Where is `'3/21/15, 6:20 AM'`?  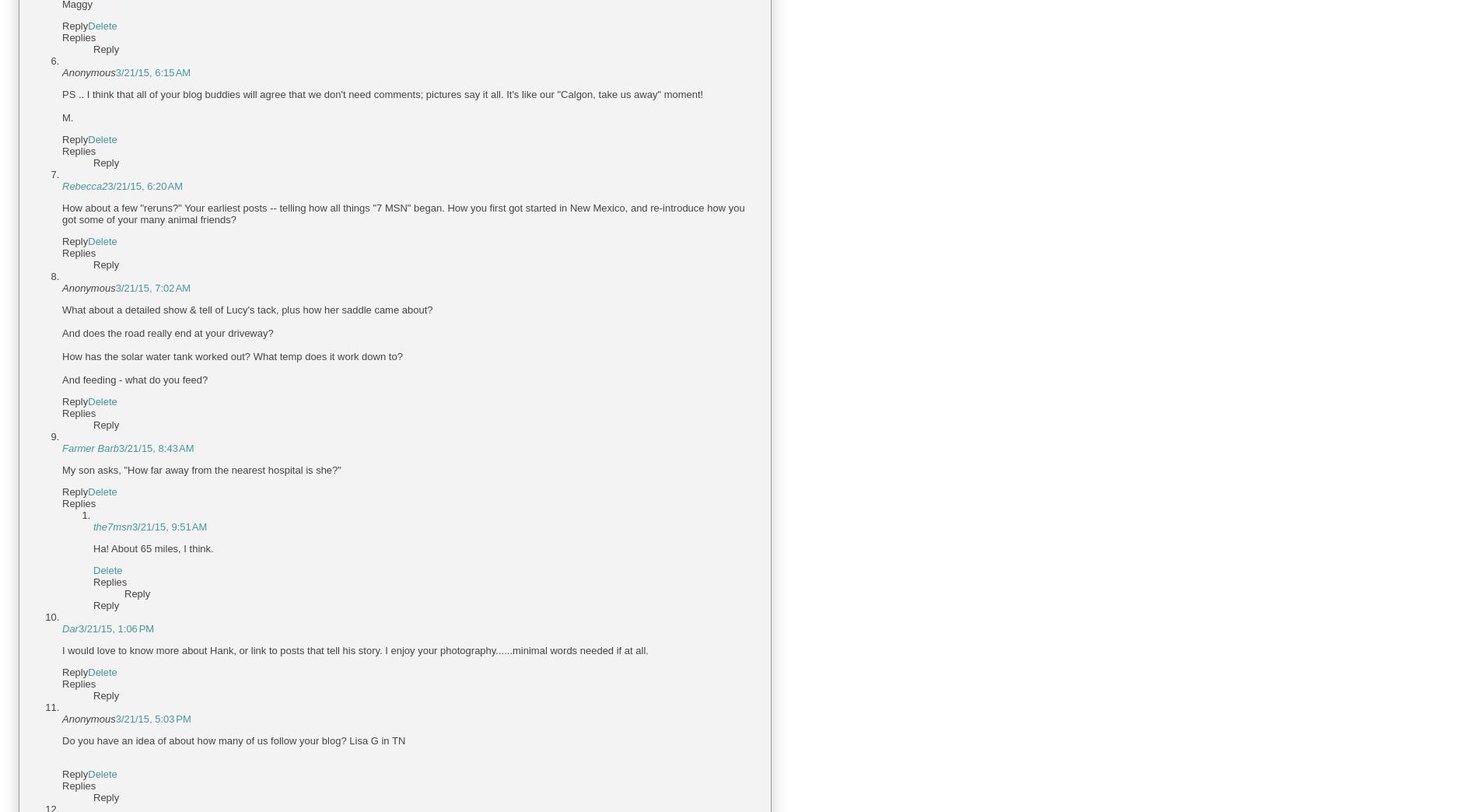 '3/21/15, 6:20 AM' is located at coordinates (144, 186).